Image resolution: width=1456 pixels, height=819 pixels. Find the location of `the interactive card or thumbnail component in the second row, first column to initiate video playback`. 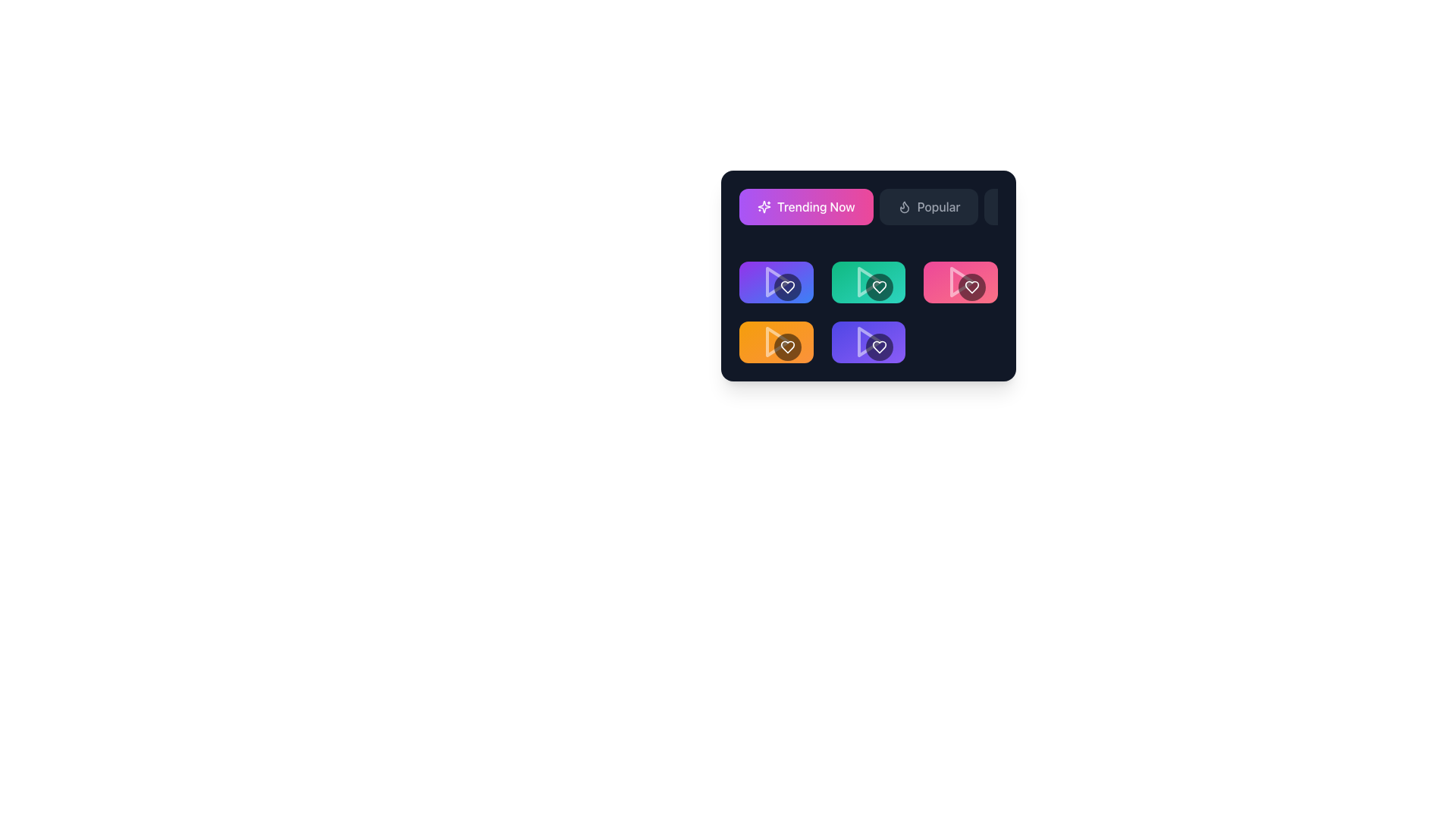

the interactive card or thumbnail component in the second row, first column to initiate video playback is located at coordinates (776, 282).